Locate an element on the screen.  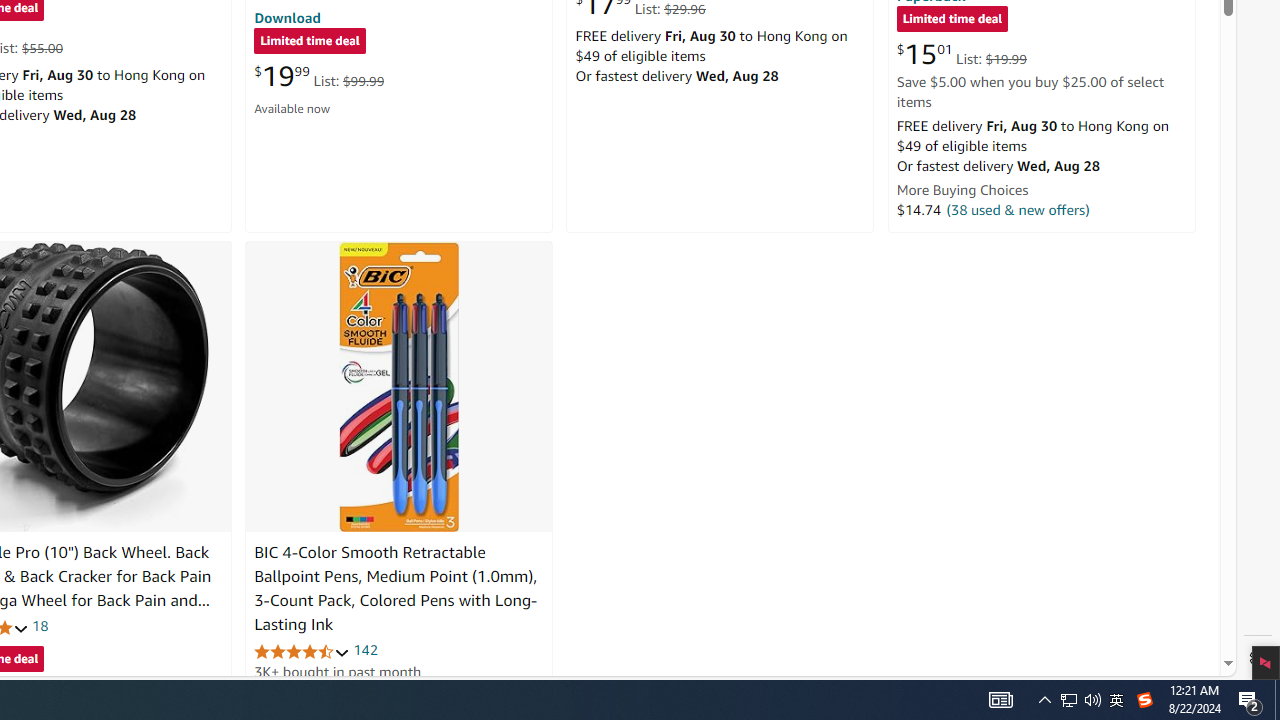
'(38 used & new offers)' is located at coordinates (1018, 209).